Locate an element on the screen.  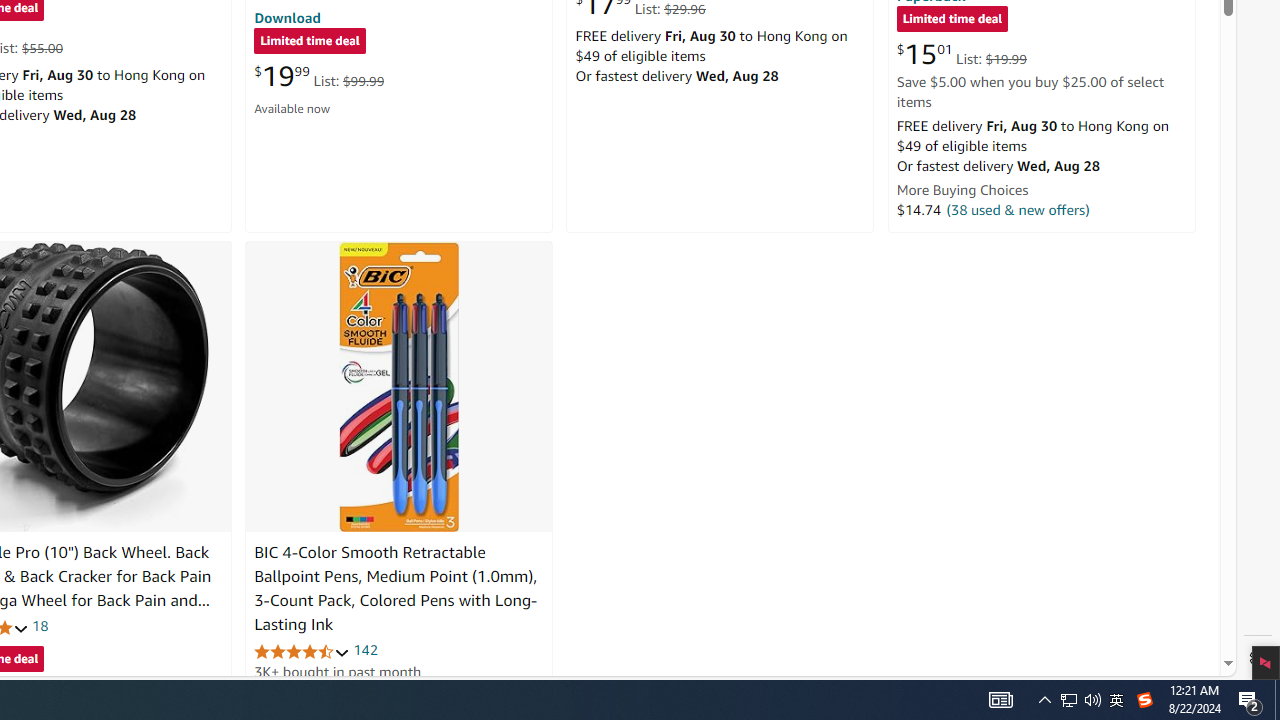
'(38 used & new offers)' is located at coordinates (1018, 209).